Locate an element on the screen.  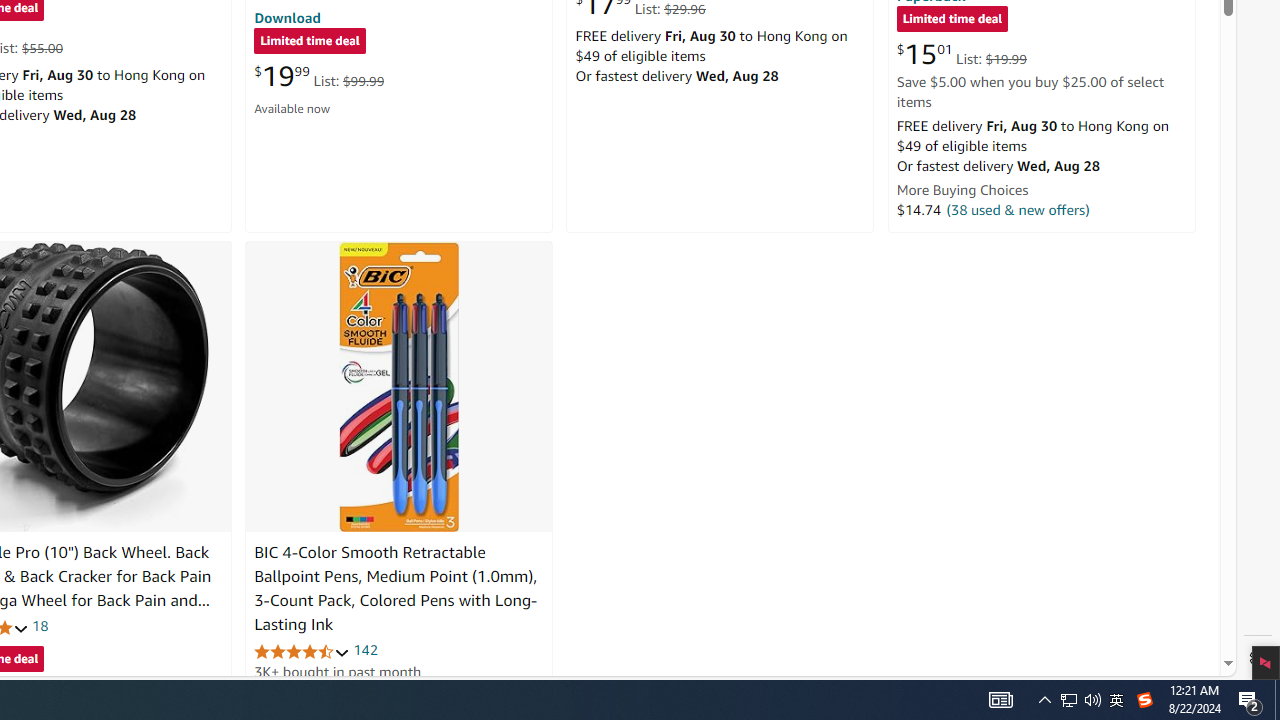
'(38 used & new offers)' is located at coordinates (1018, 209).